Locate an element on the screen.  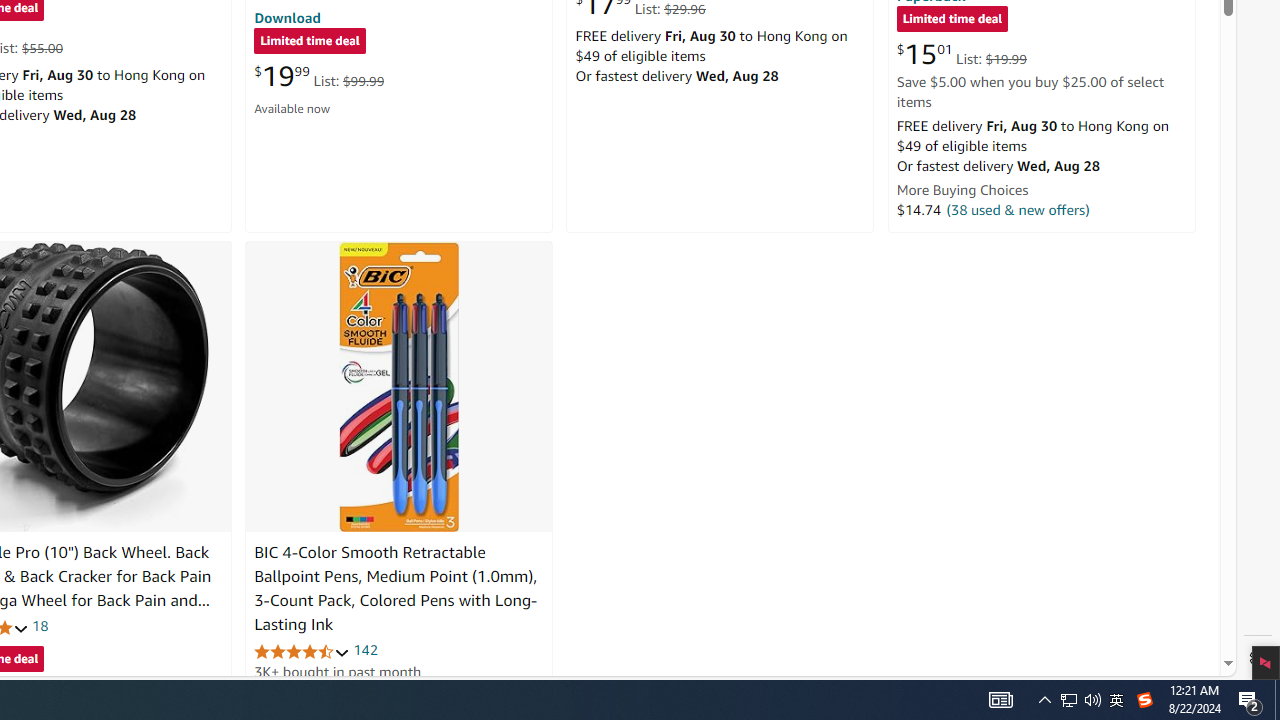
'(38 used & new offers)' is located at coordinates (1018, 209).